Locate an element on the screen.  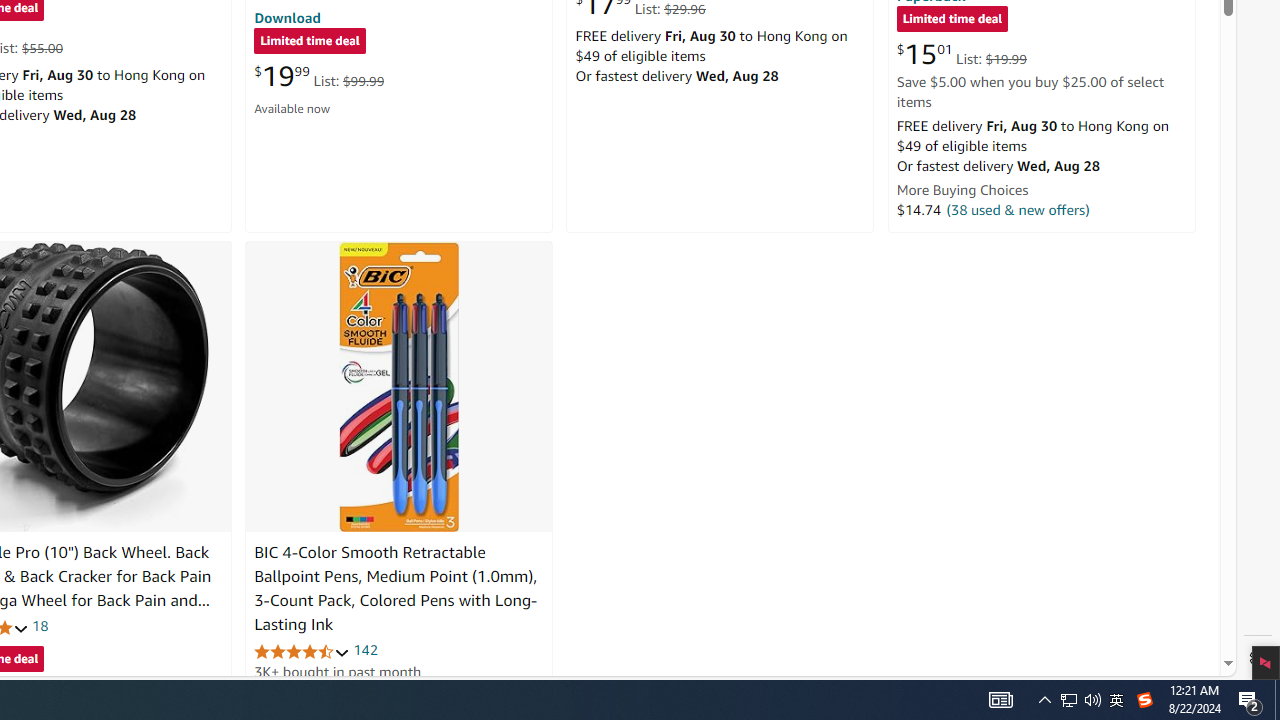
'(38 used & new offers)' is located at coordinates (1018, 209).